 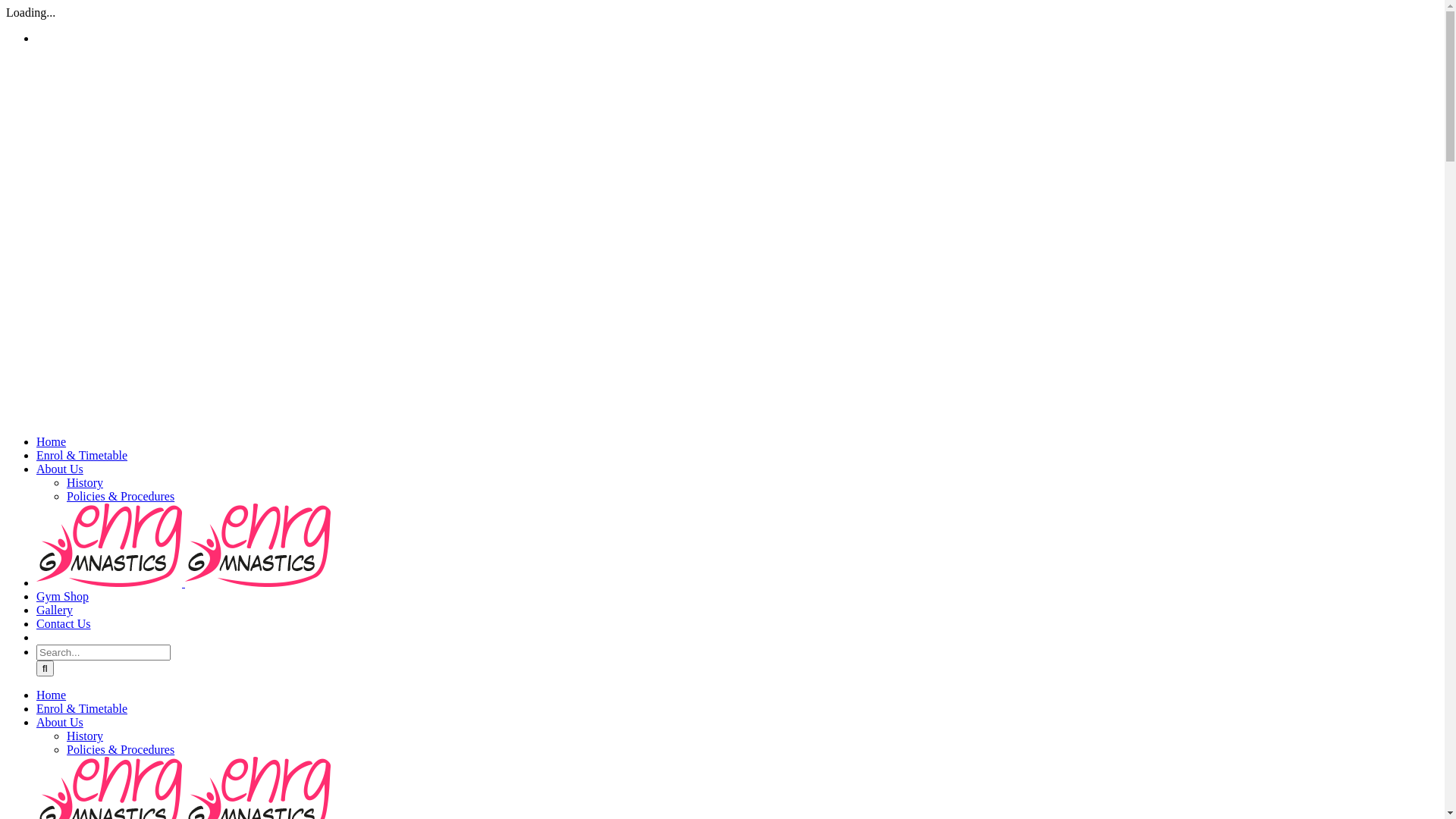 What do you see at coordinates (65, 496) in the screenshot?
I see `'Policies & Procedures'` at bounding box center [65, 496].